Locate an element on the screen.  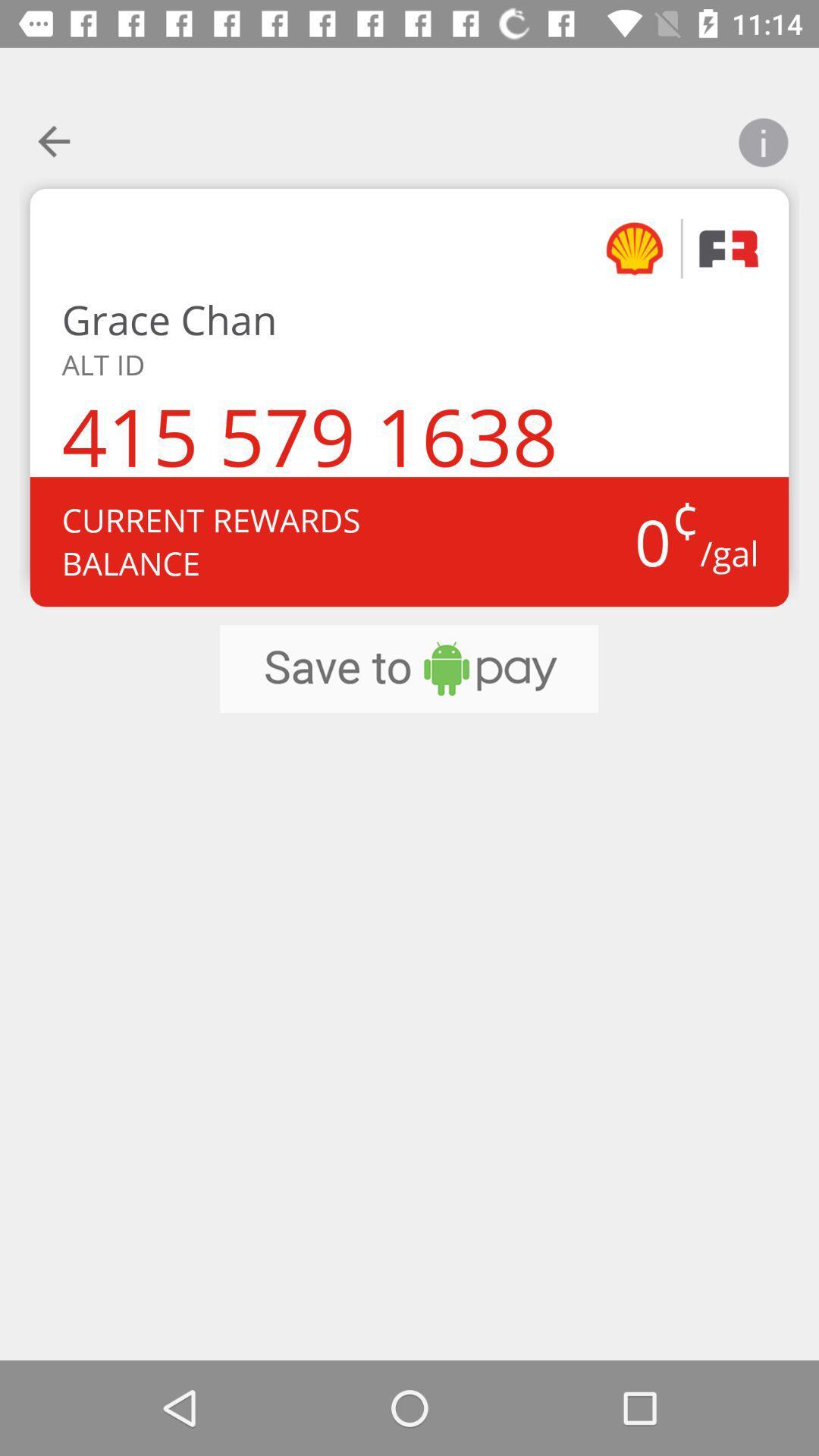
information button is located at coordinates (763, 133).